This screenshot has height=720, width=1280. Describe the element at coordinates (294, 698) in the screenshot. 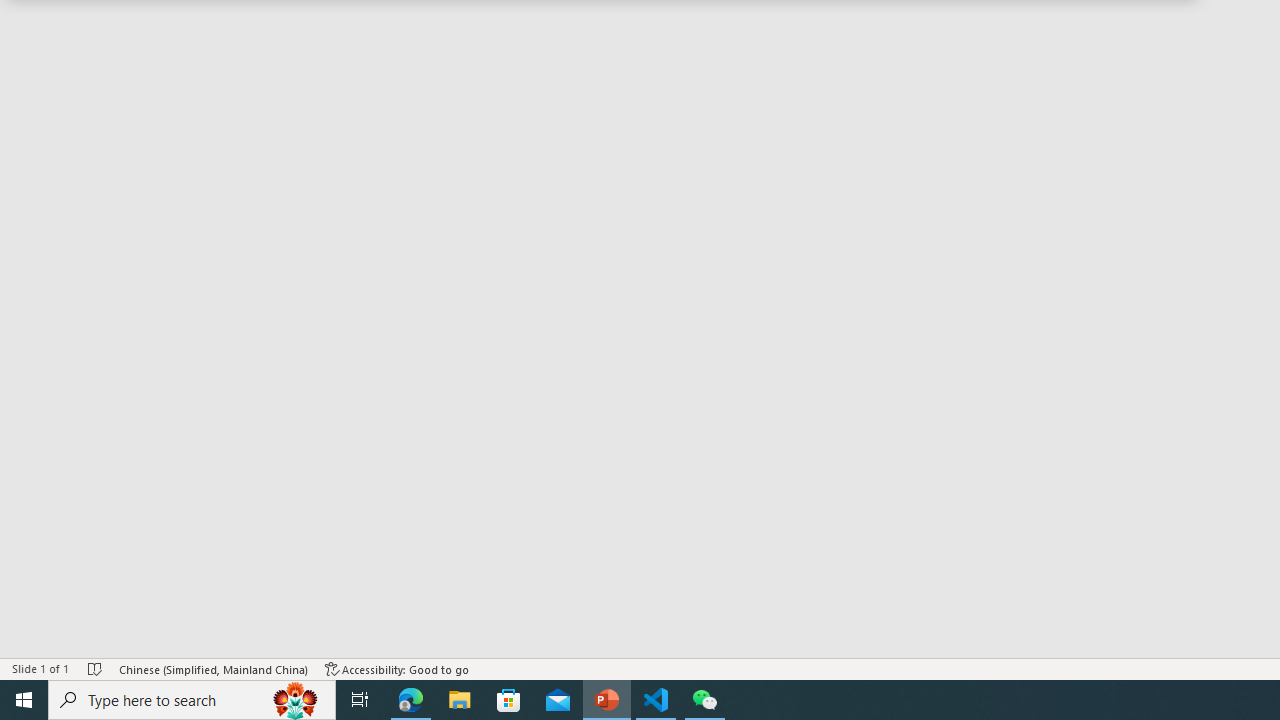

I see `'Search highlights icon opens search home window'` at that location.